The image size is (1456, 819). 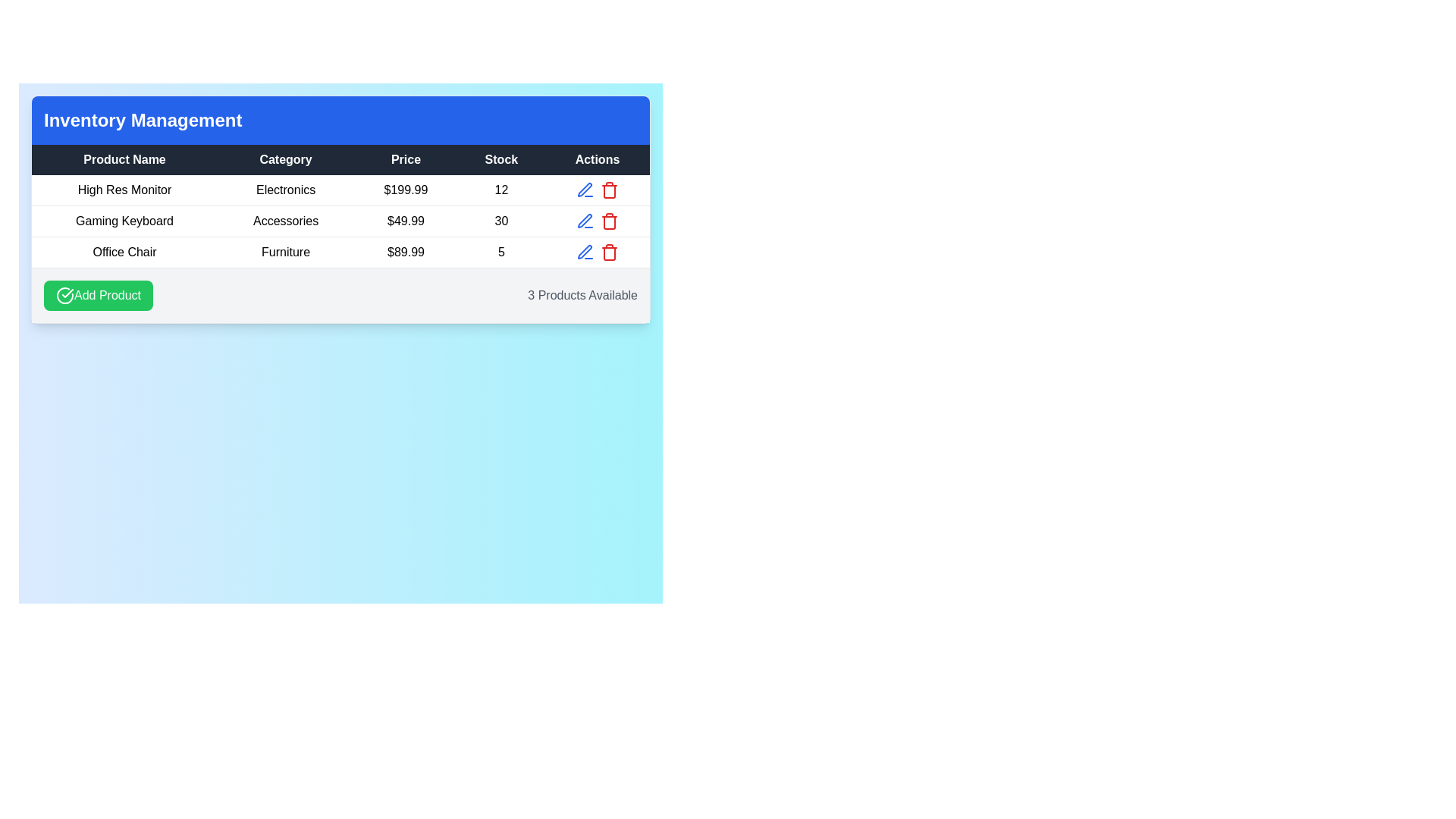 What do you see at coordinates (124, 190) in the screenshot?
I see `the 'Product Name' text label in the first row of the 'Inventory Management' table to identify the product being displayed` at bounding box center [124, 190].